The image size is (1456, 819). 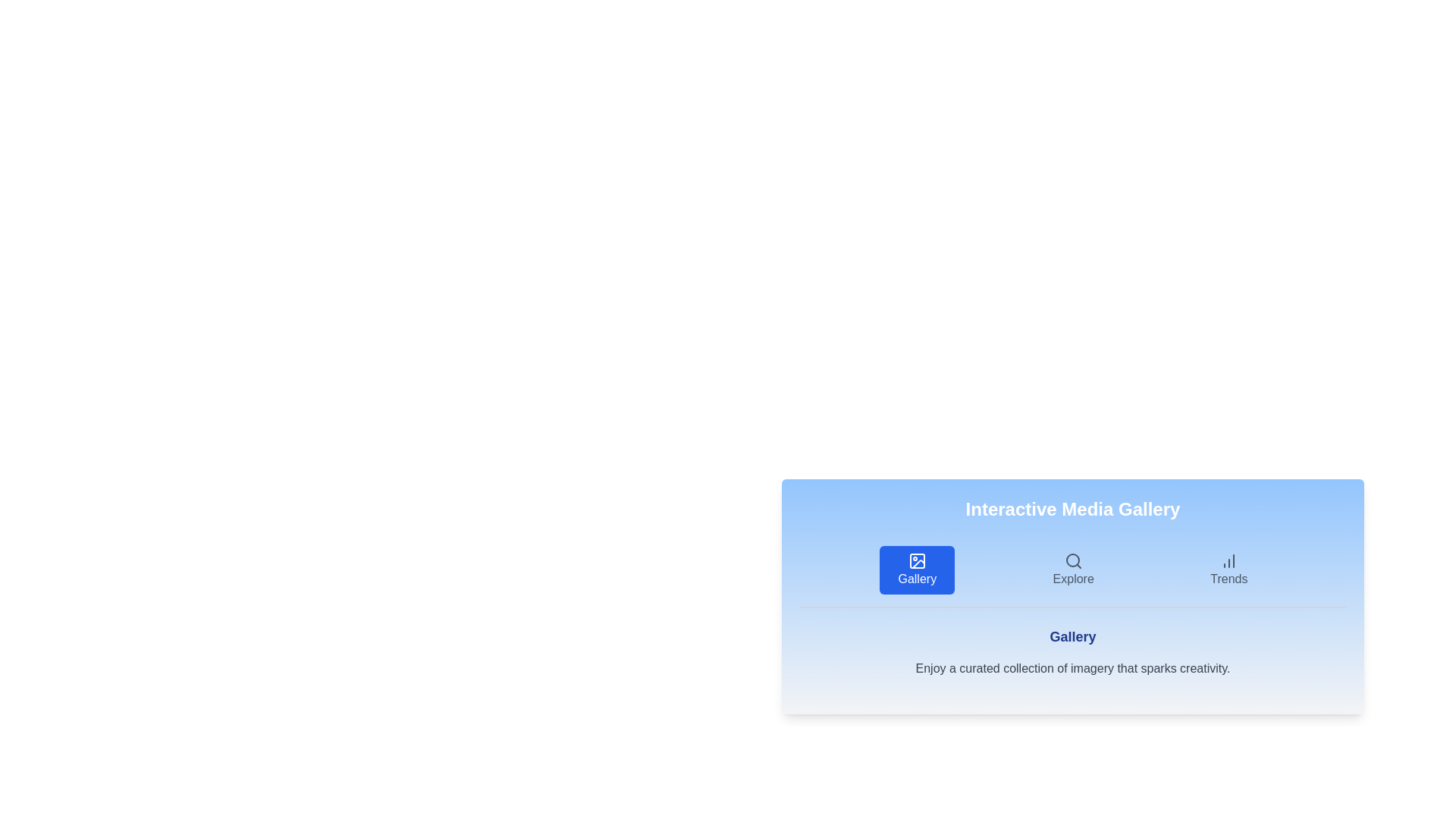 What do you see at coordinates (916, 570) in the screenshot?
I see `the tab labeled Gallery to observe visual changes` at bounding box center [916, 570].